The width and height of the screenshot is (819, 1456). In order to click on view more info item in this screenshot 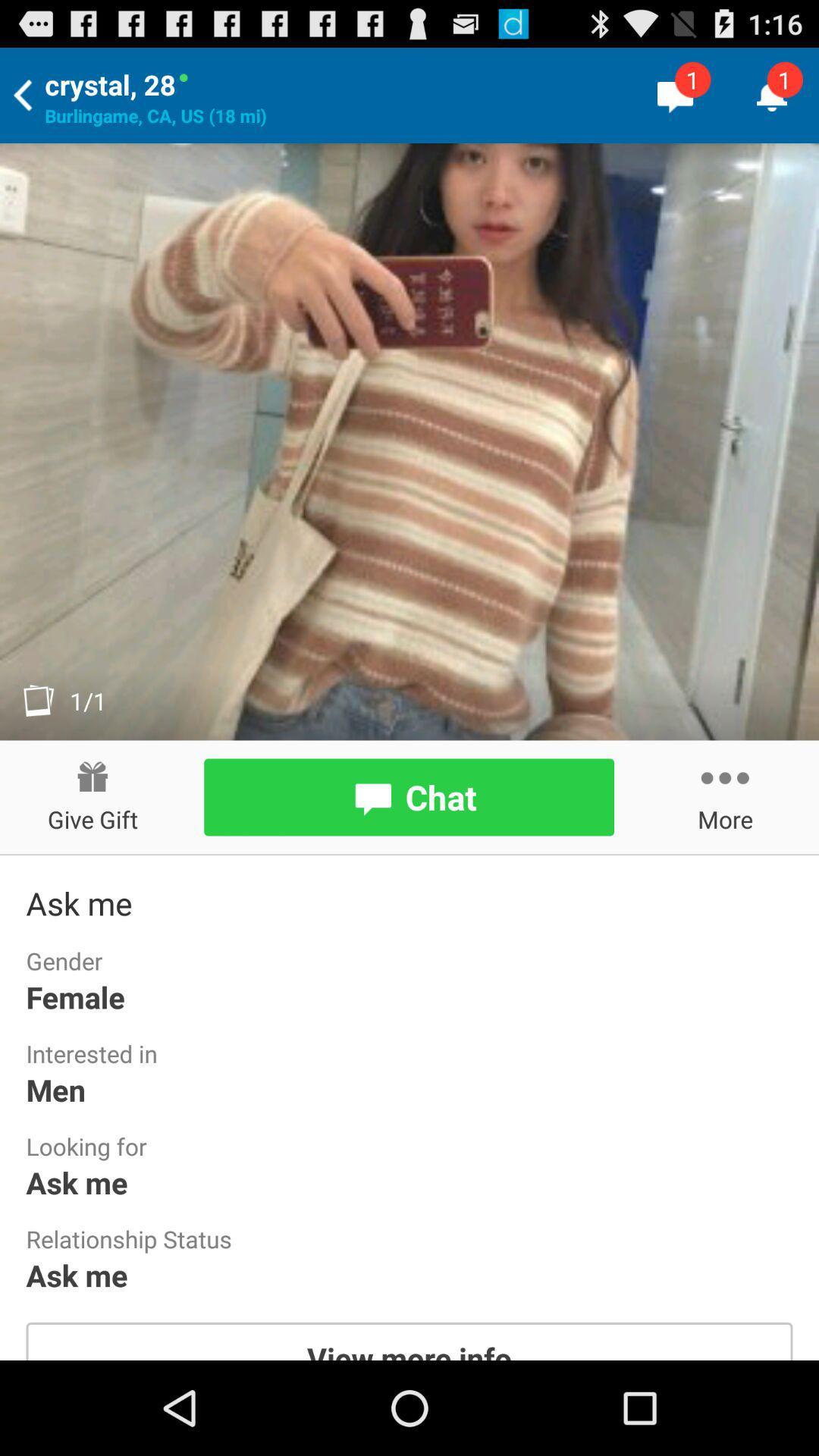, I will do `click(409, 1341)`.